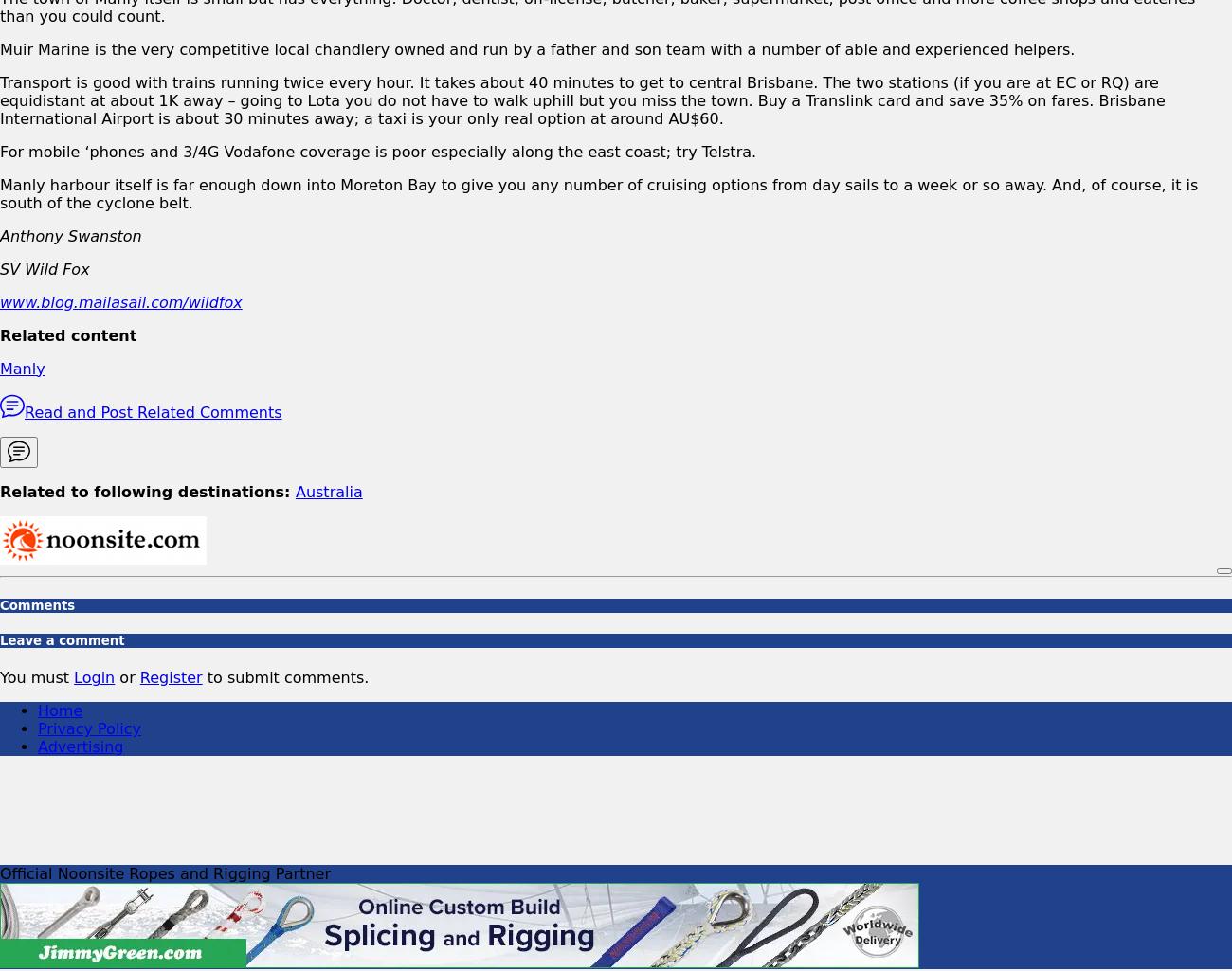 The width and height of the screenshot is (1232, 971). Describe the element at coordinates (164, 872) in the screenshot. I see `'Official Noonsite Ropes and Rigging Partner'` at that location.